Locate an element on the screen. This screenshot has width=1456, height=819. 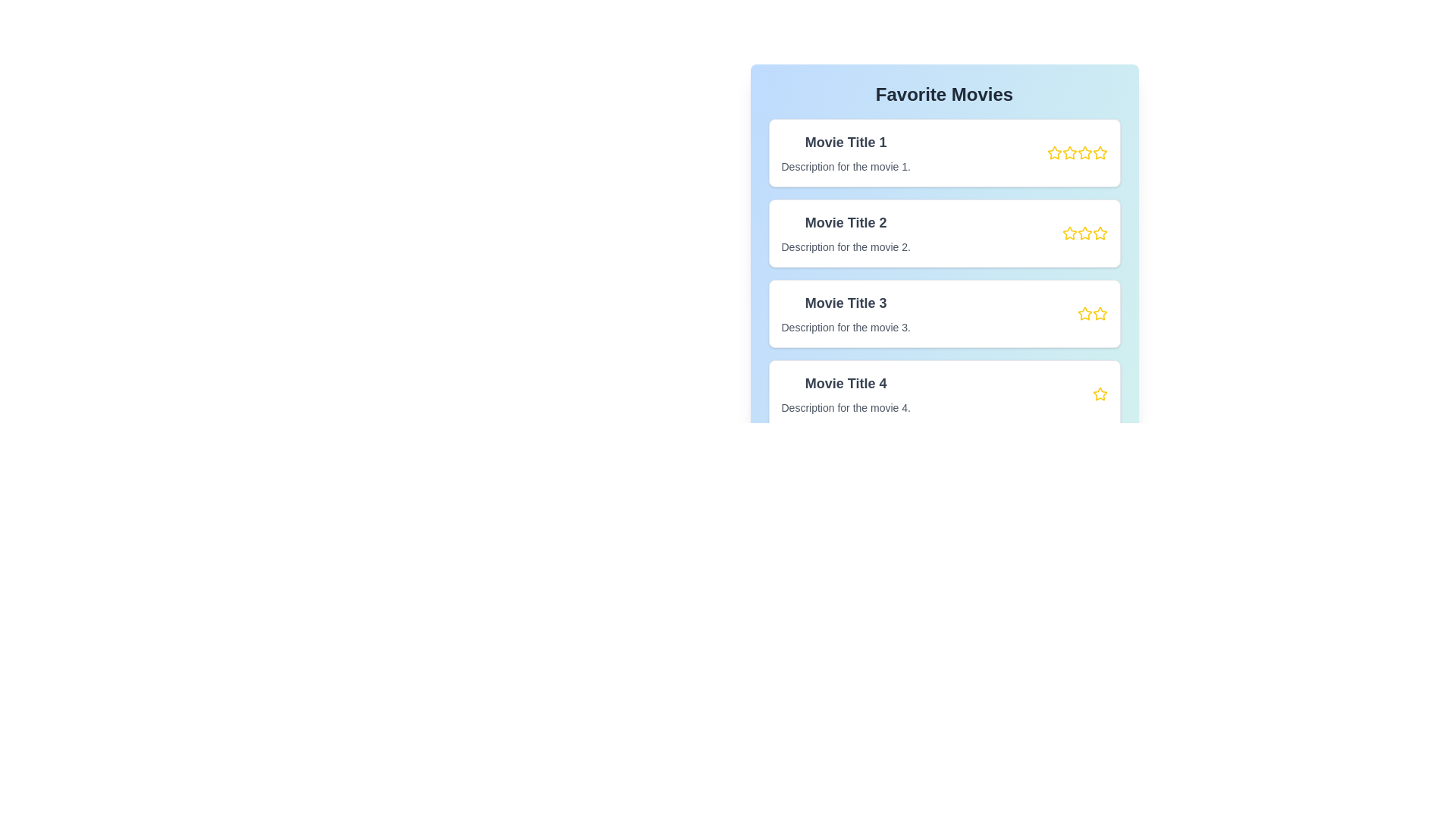
the rating for a movie to 2 stars by clicking on the corresponding star is located at coordinates (1068, 152).